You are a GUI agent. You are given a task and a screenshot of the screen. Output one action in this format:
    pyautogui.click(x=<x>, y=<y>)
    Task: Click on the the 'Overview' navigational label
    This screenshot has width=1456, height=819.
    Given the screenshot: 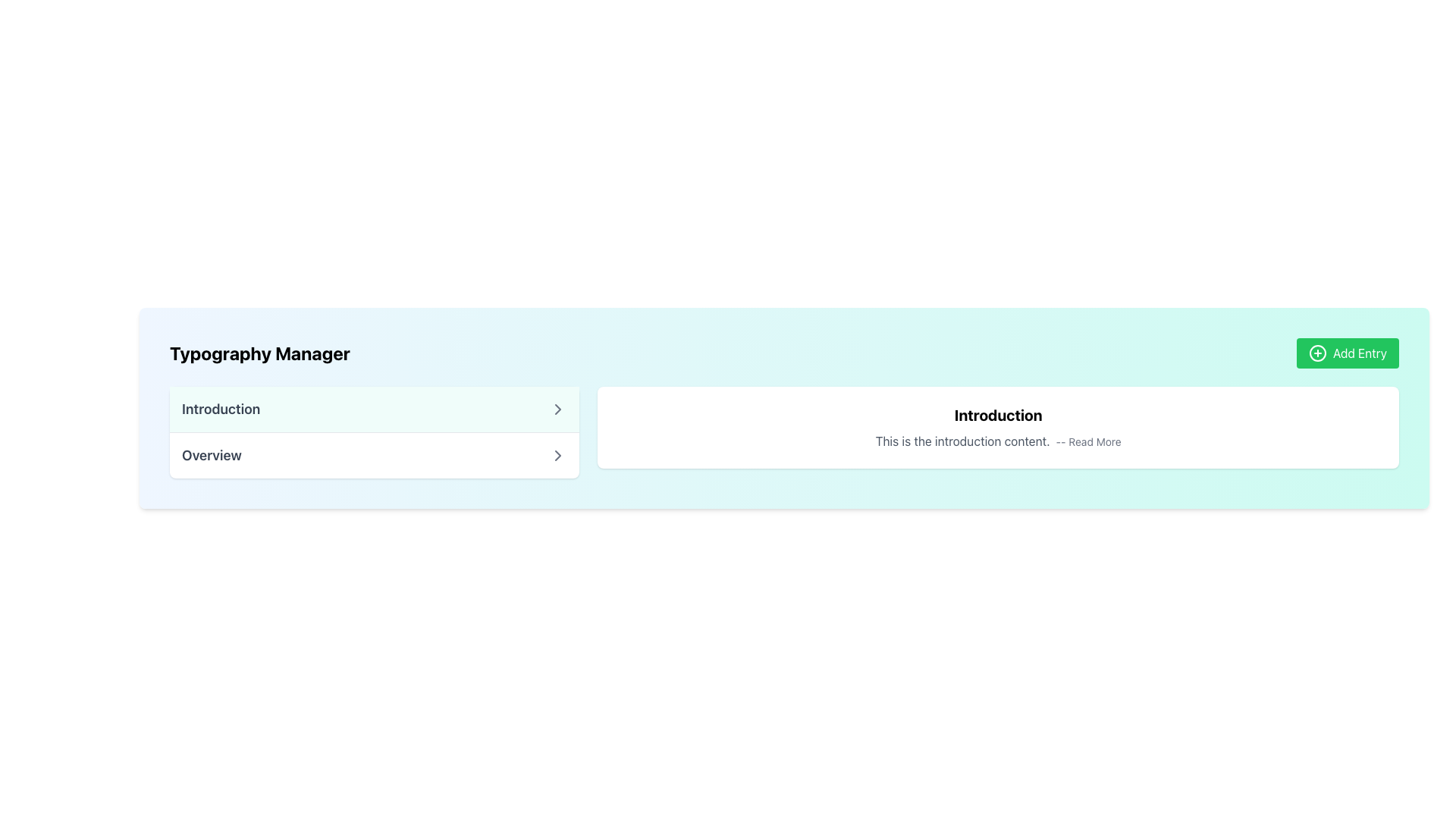 What is the action you would take?
    pyautogui.click(x=211, y=455)
    